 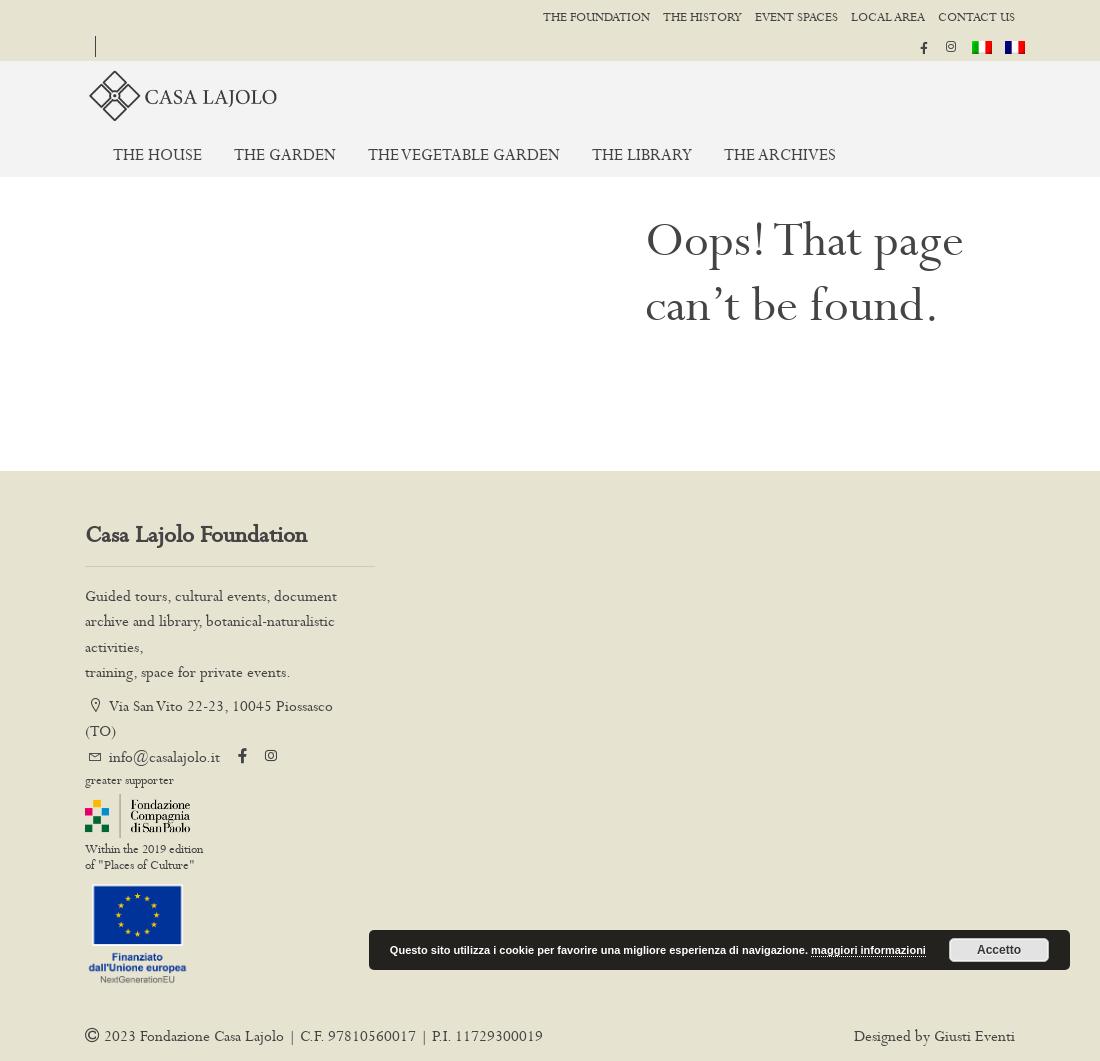 What do you see at coordinates (542, 16) in the screenshot?
I see `'The foundation'` at bounding box center [542, 16].